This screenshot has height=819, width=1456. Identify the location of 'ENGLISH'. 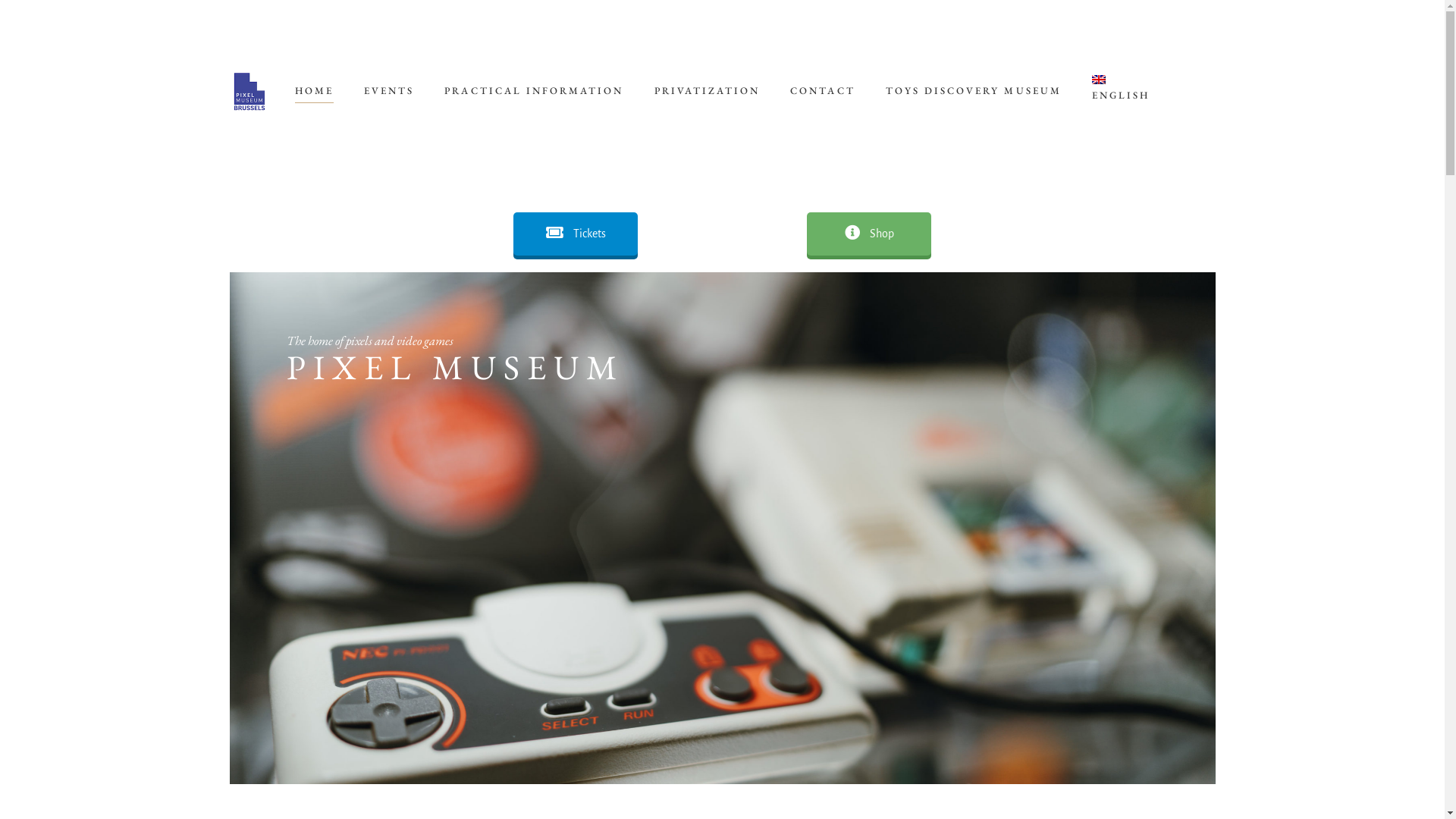
(1121, 90).